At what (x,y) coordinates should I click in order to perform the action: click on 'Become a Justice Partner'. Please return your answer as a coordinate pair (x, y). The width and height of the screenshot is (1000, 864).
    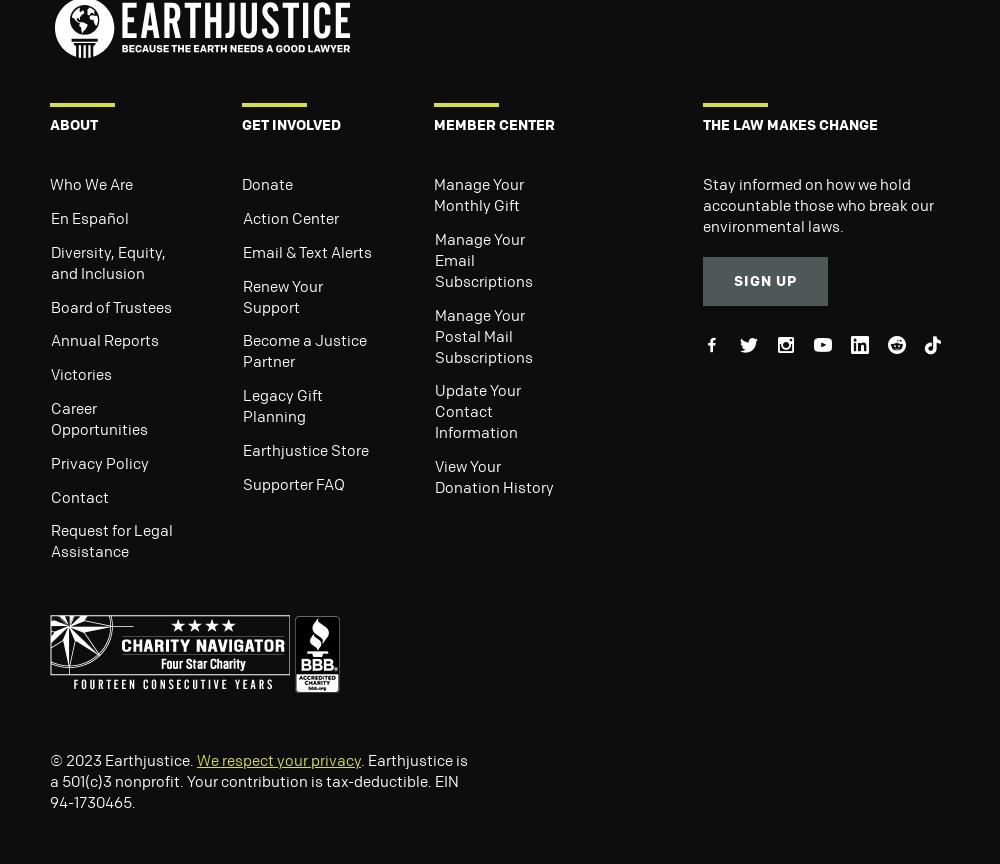
    Looking at the image, I should click on (305, 349).